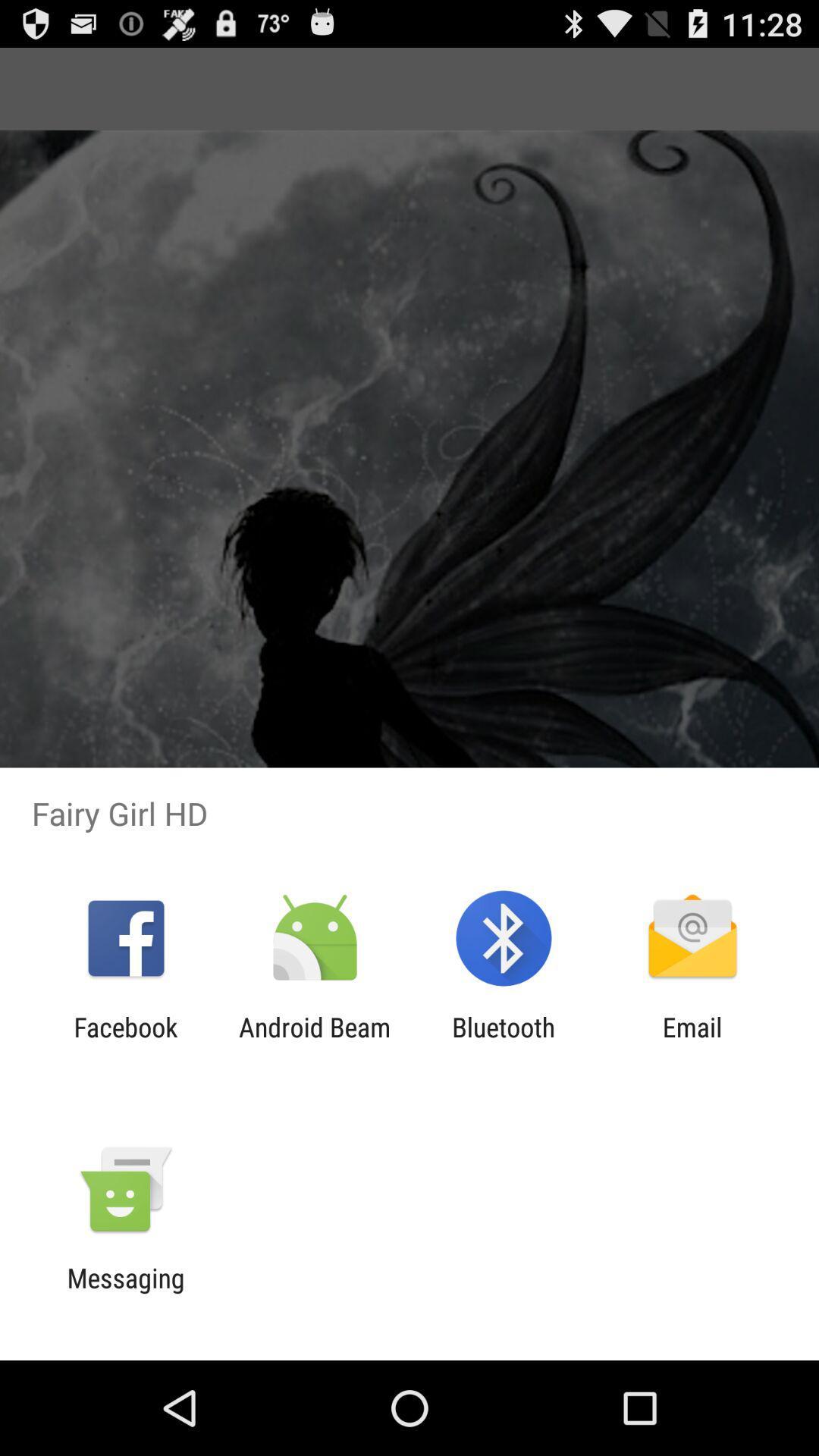 This screenshot has width=819, height=1456. I want to click on android beam icon, so click(314, 1042).